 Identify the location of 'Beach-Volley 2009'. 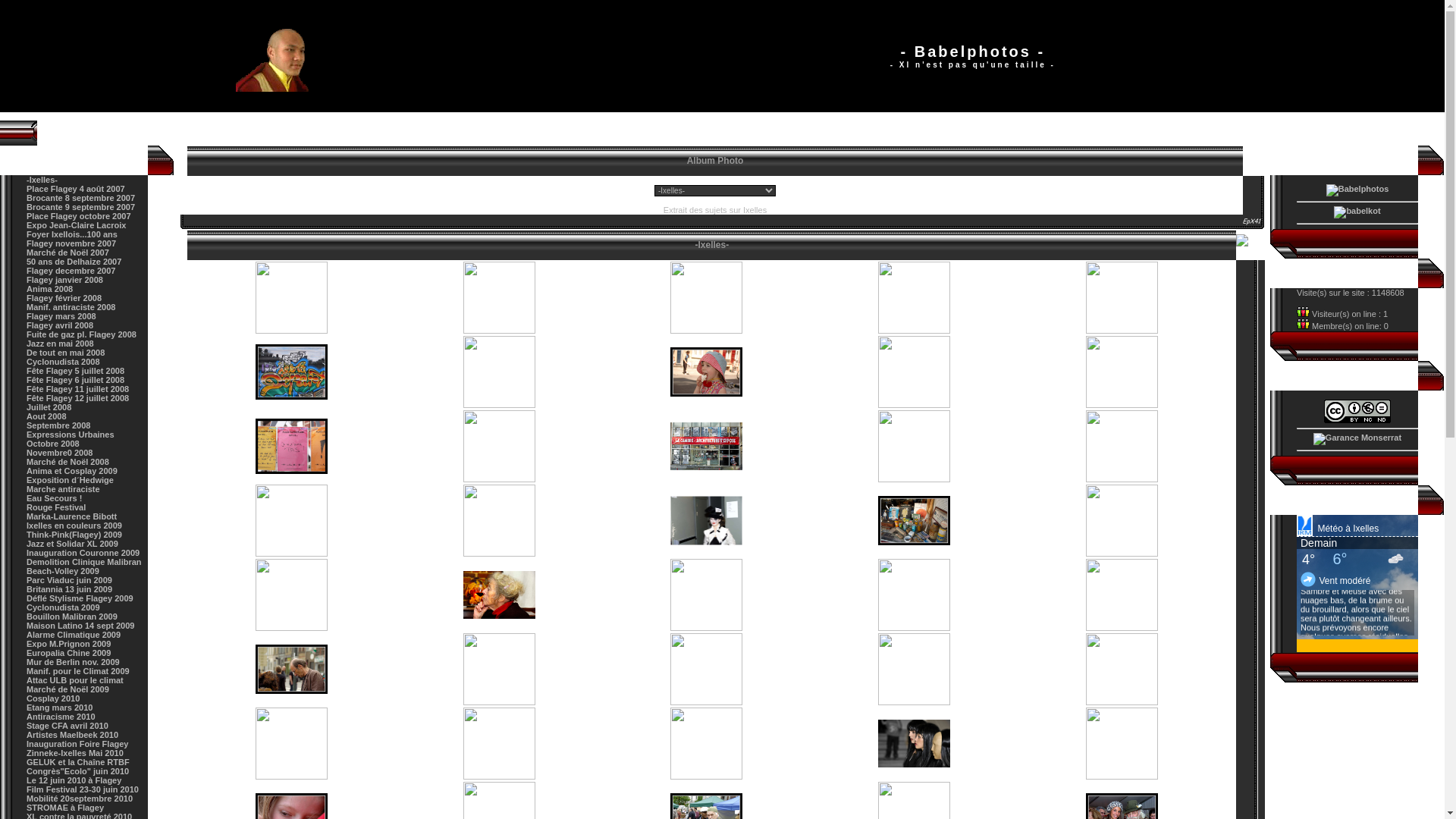
(61, 570).